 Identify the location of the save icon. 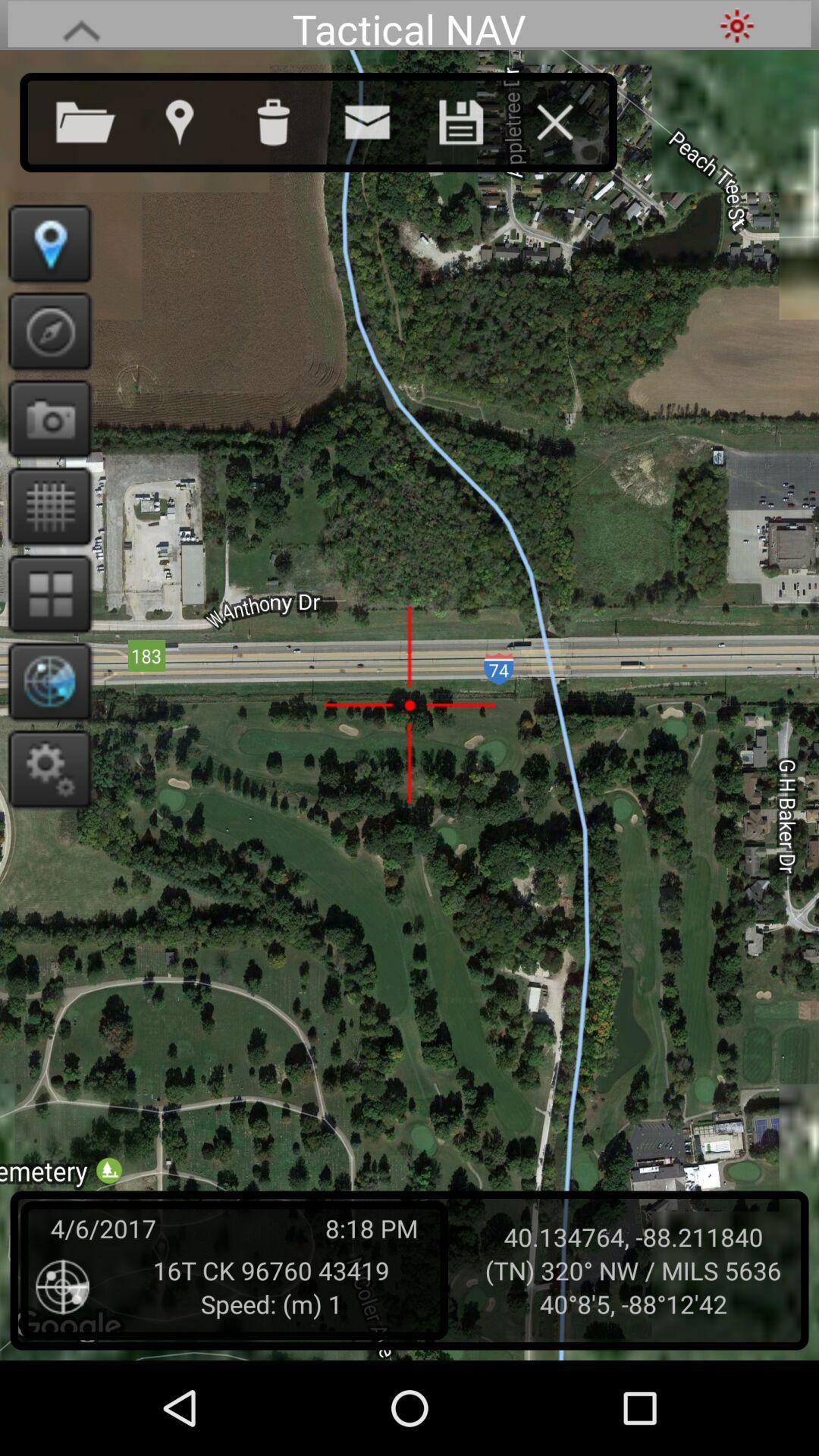
(475, 127).